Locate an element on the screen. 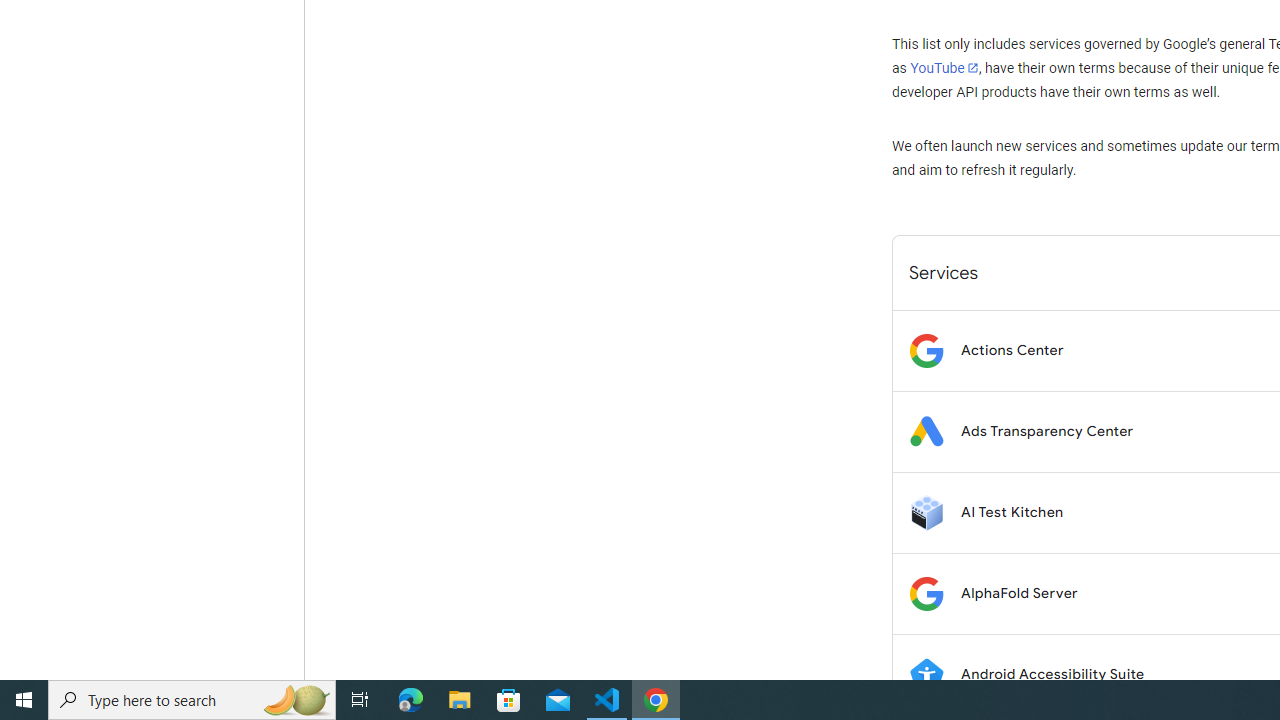 The width and height of the screenshot is (1280, 720). 'Logo for AI Test Kitchen' is located at coordinates (925, 511).